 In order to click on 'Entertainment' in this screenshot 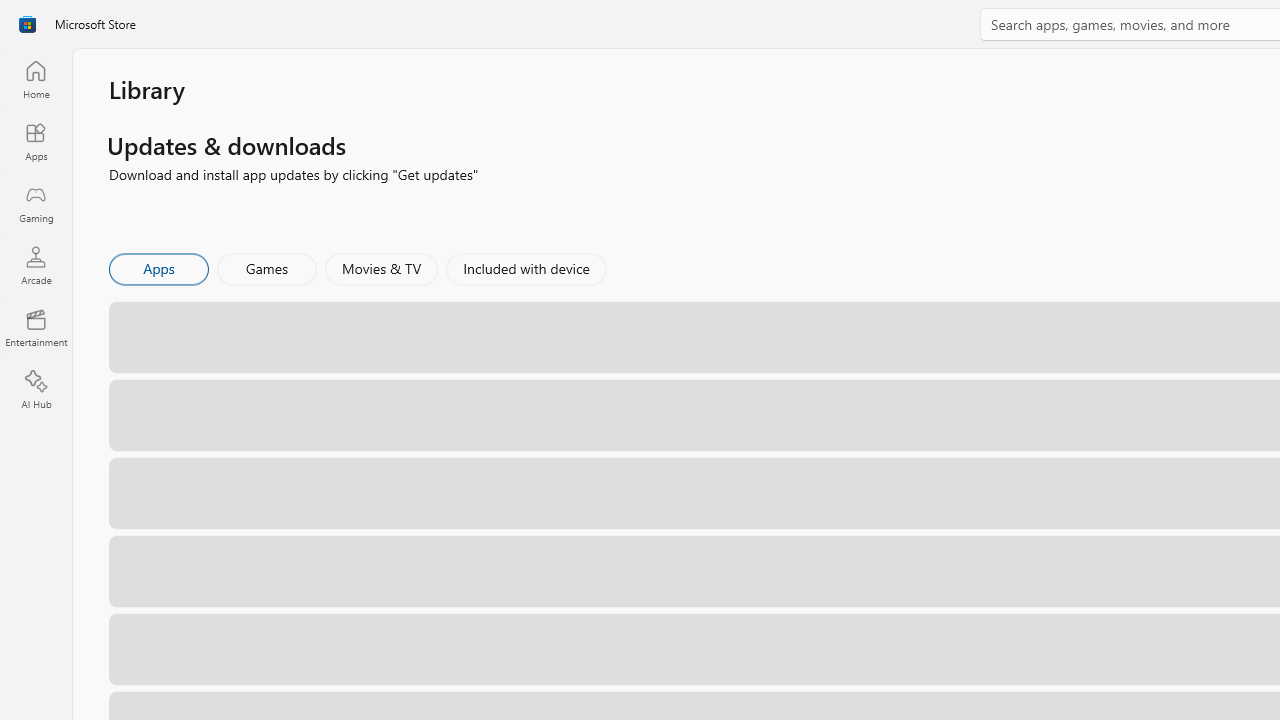, I will do `click(35, 326)`.